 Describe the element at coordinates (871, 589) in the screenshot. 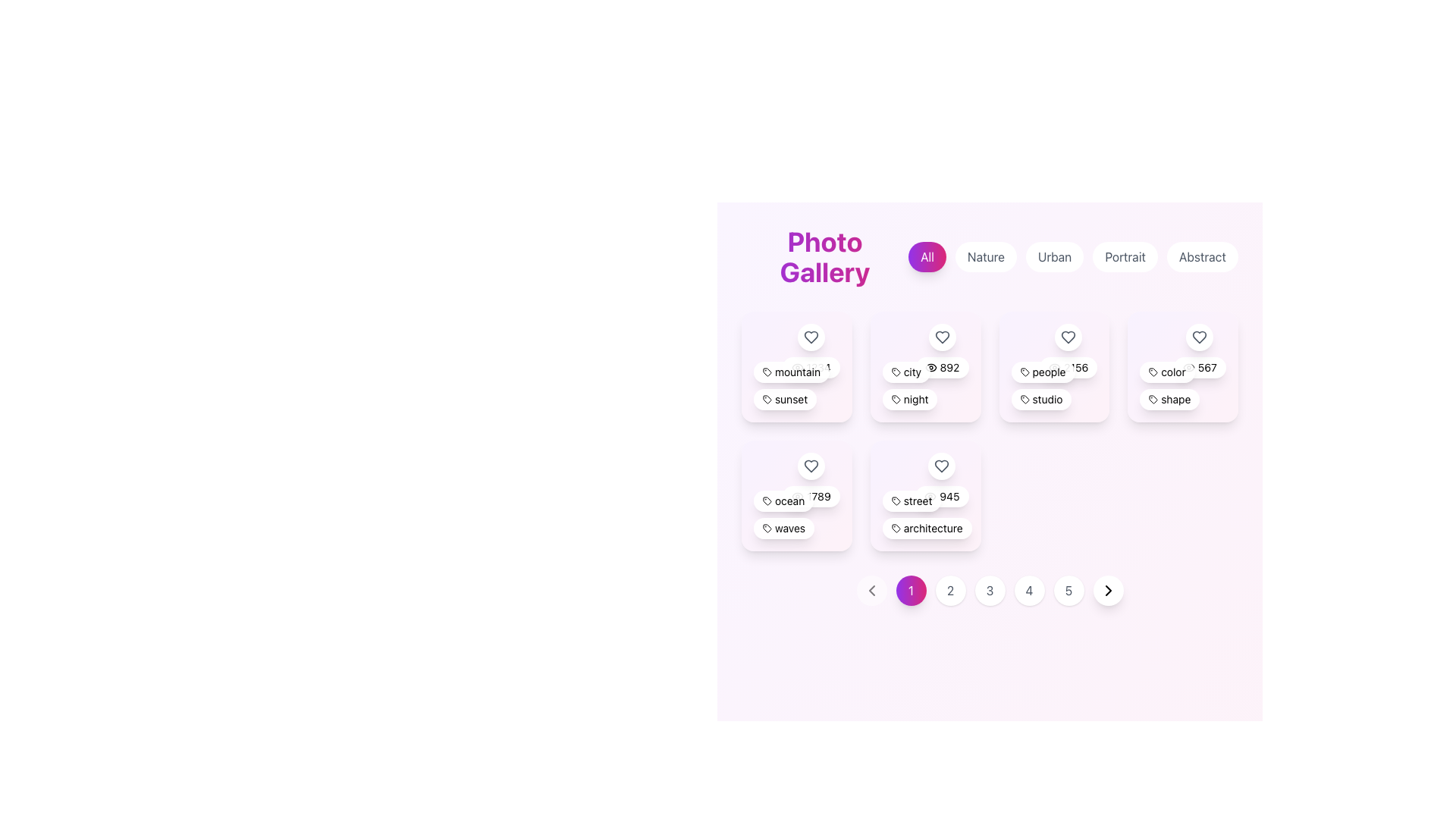

I see `the leftward arrow icon embedded in the circular button` at that location.